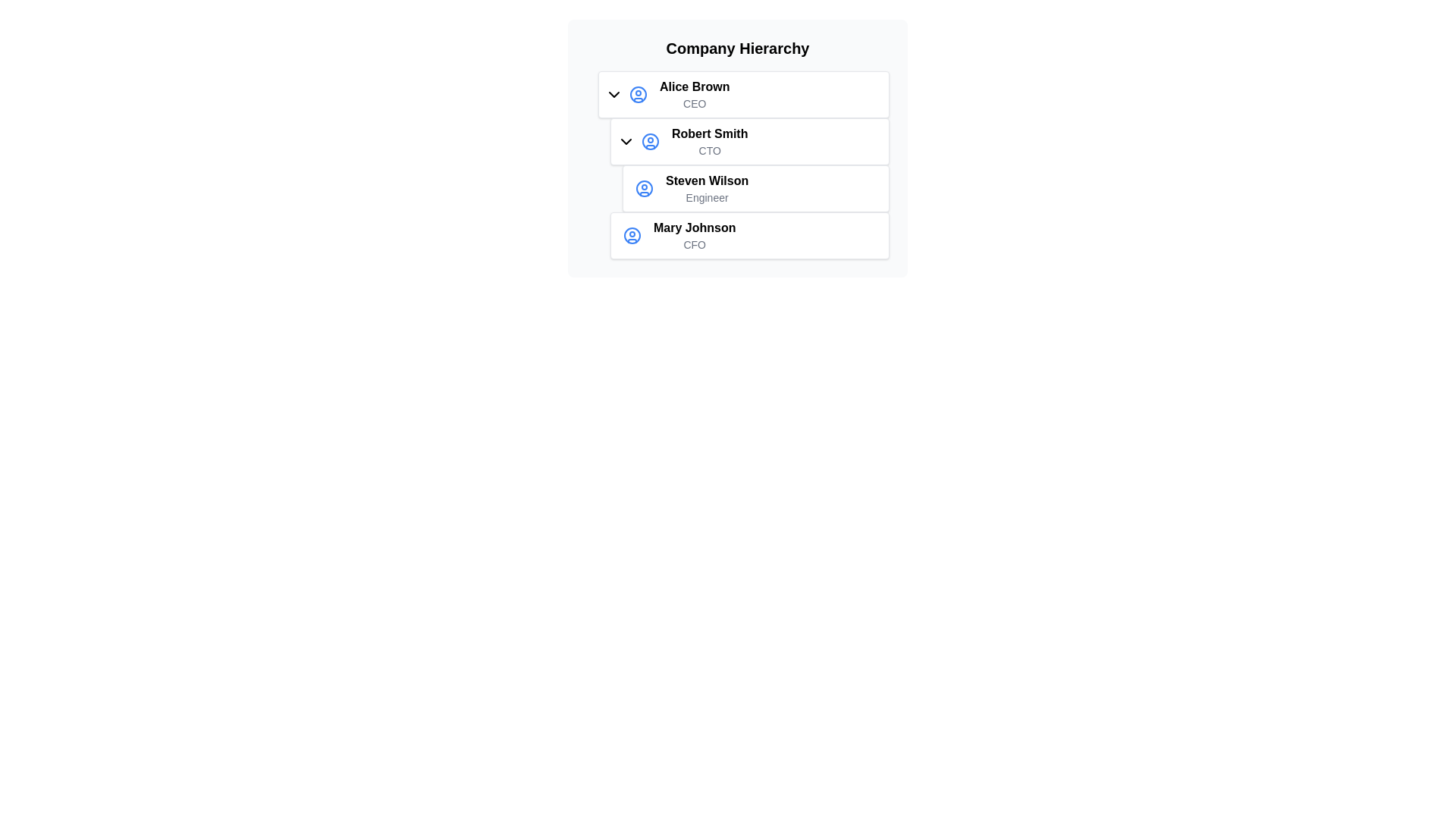 The width and height of the screenshot is (1456, 819). What do you see at coordinates (614, 94) in the screenshot?
I see `the downward-pointing chevron icon with a black outline, located to the left of the user avatar icon` at bounding box center [614, 94].